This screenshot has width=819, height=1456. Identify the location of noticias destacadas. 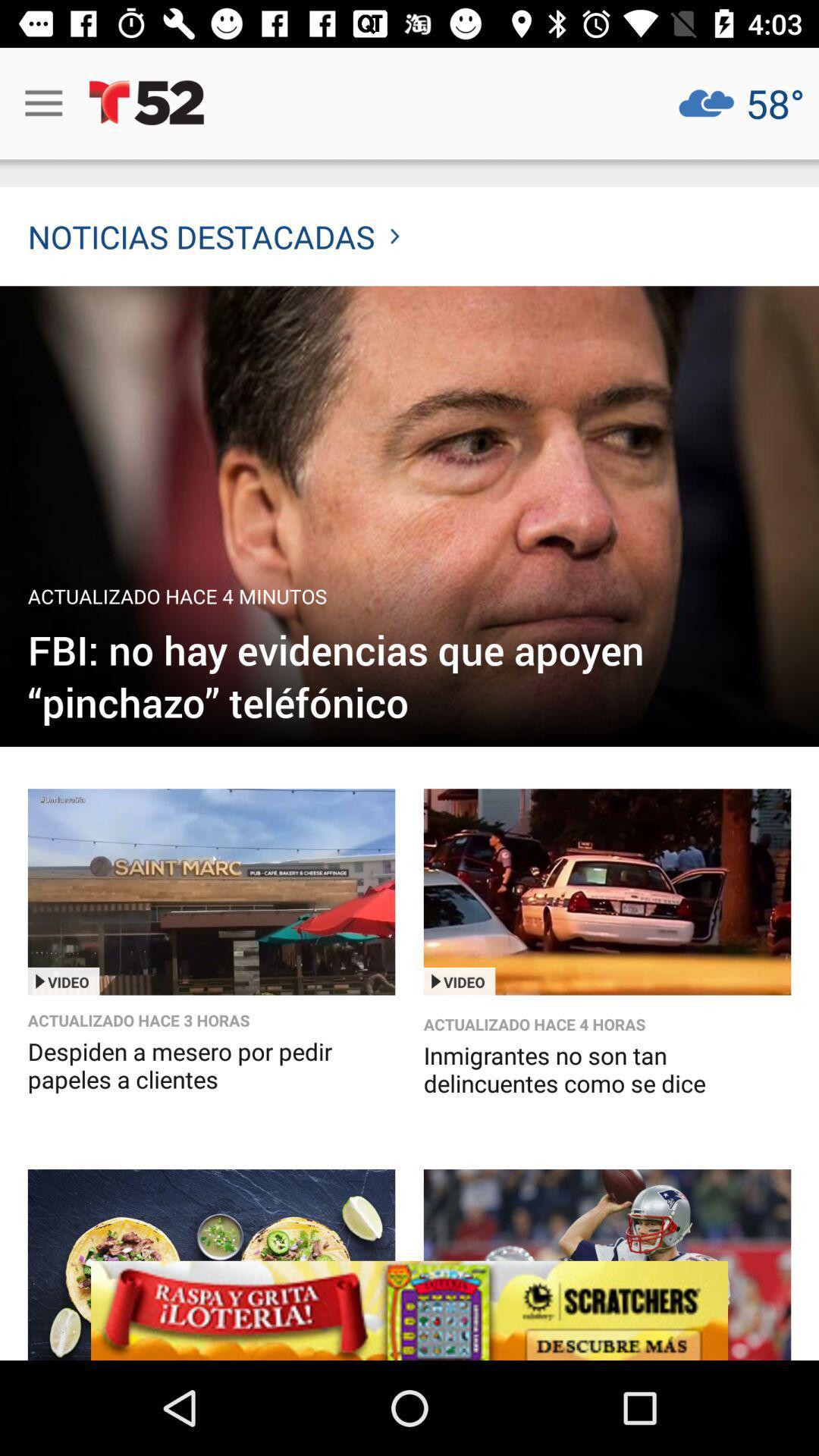
(213, 236).